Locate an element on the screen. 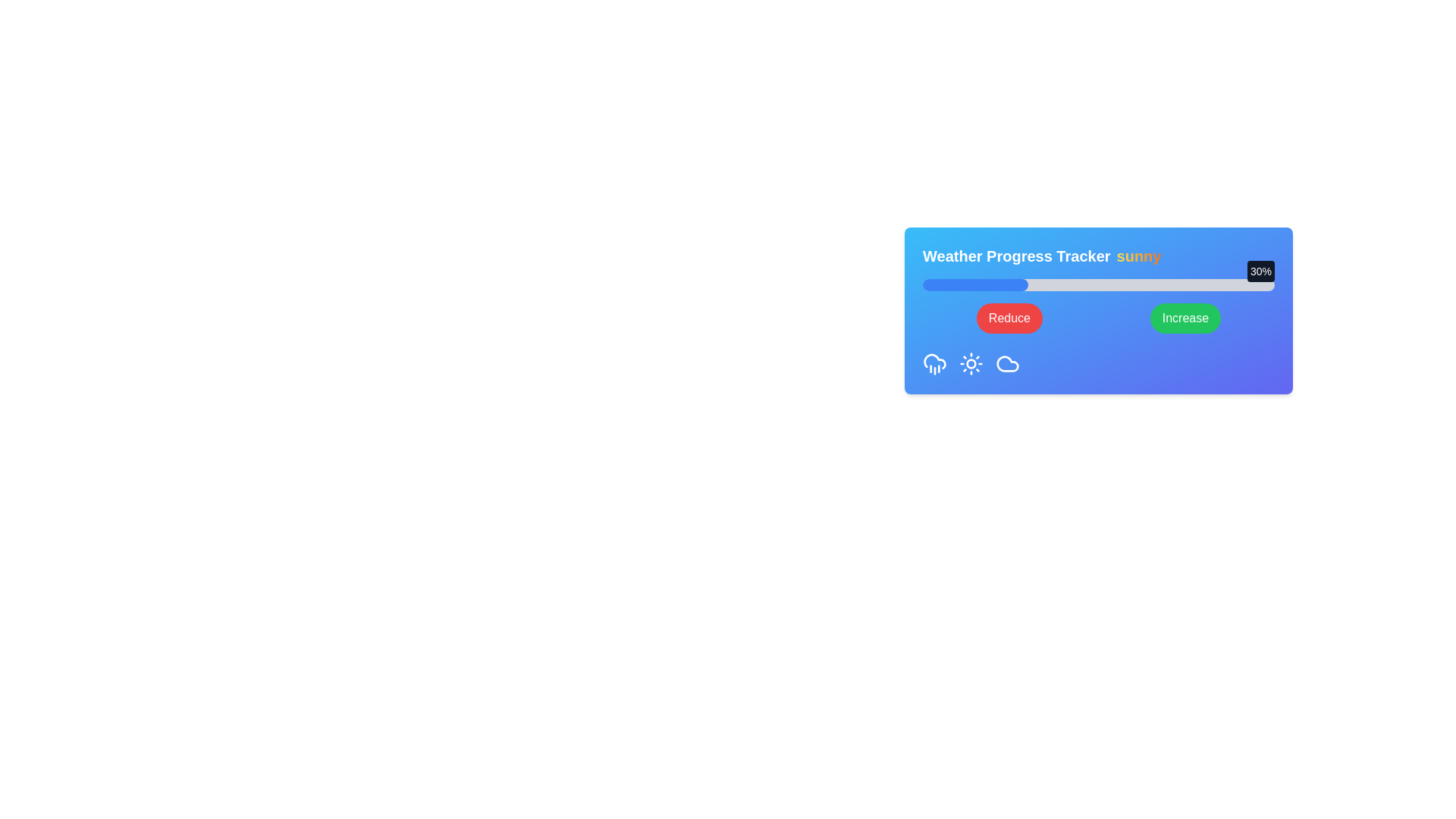 Image resolution: width=1456 pixels, height=819 pixels. the leftmost cloud icon in the Weather Progress Tracker interface is located at coordinates (1008, 363).